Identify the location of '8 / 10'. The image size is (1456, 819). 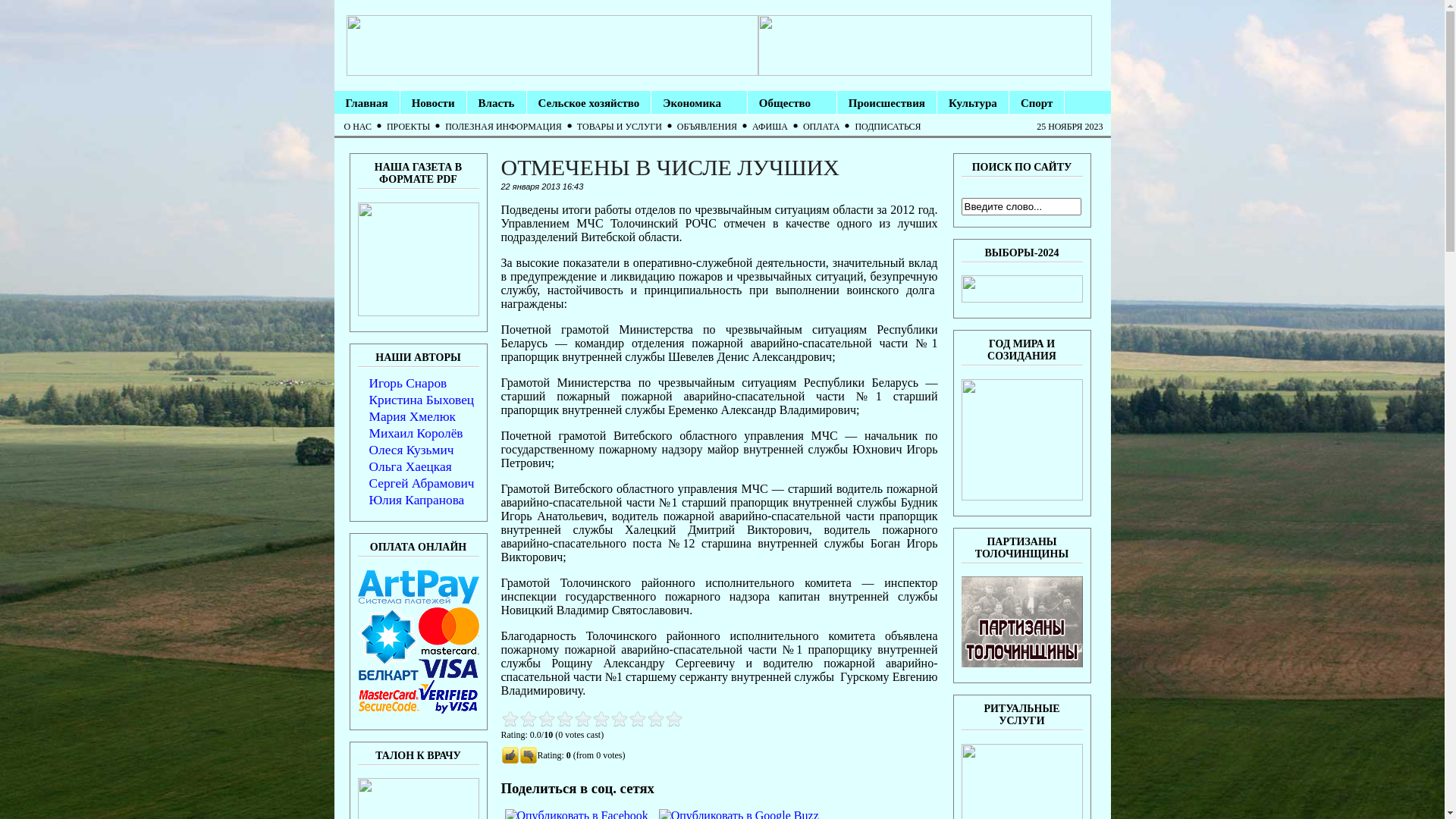
(572, 718).